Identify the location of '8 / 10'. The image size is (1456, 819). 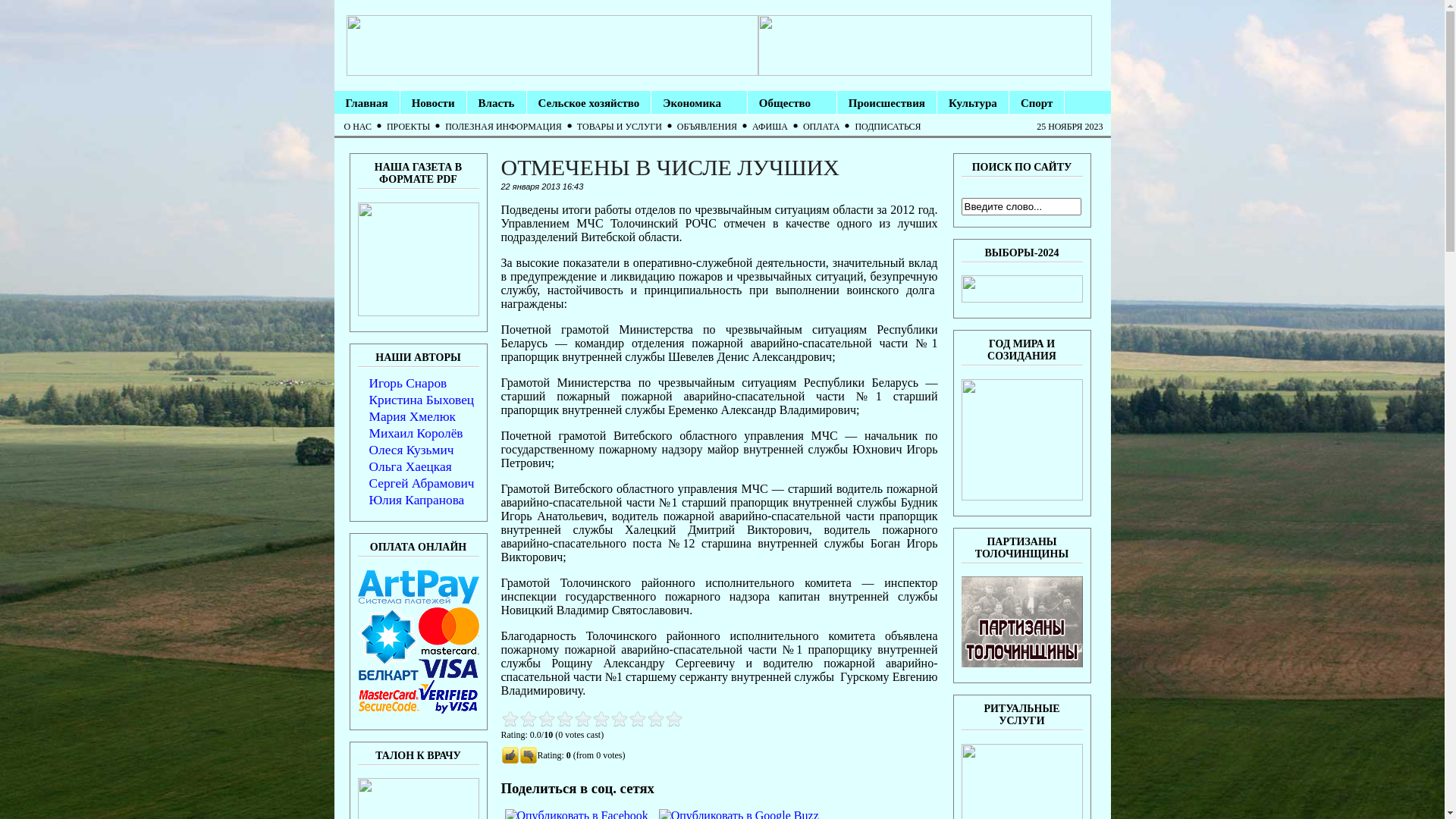
(572, 718).